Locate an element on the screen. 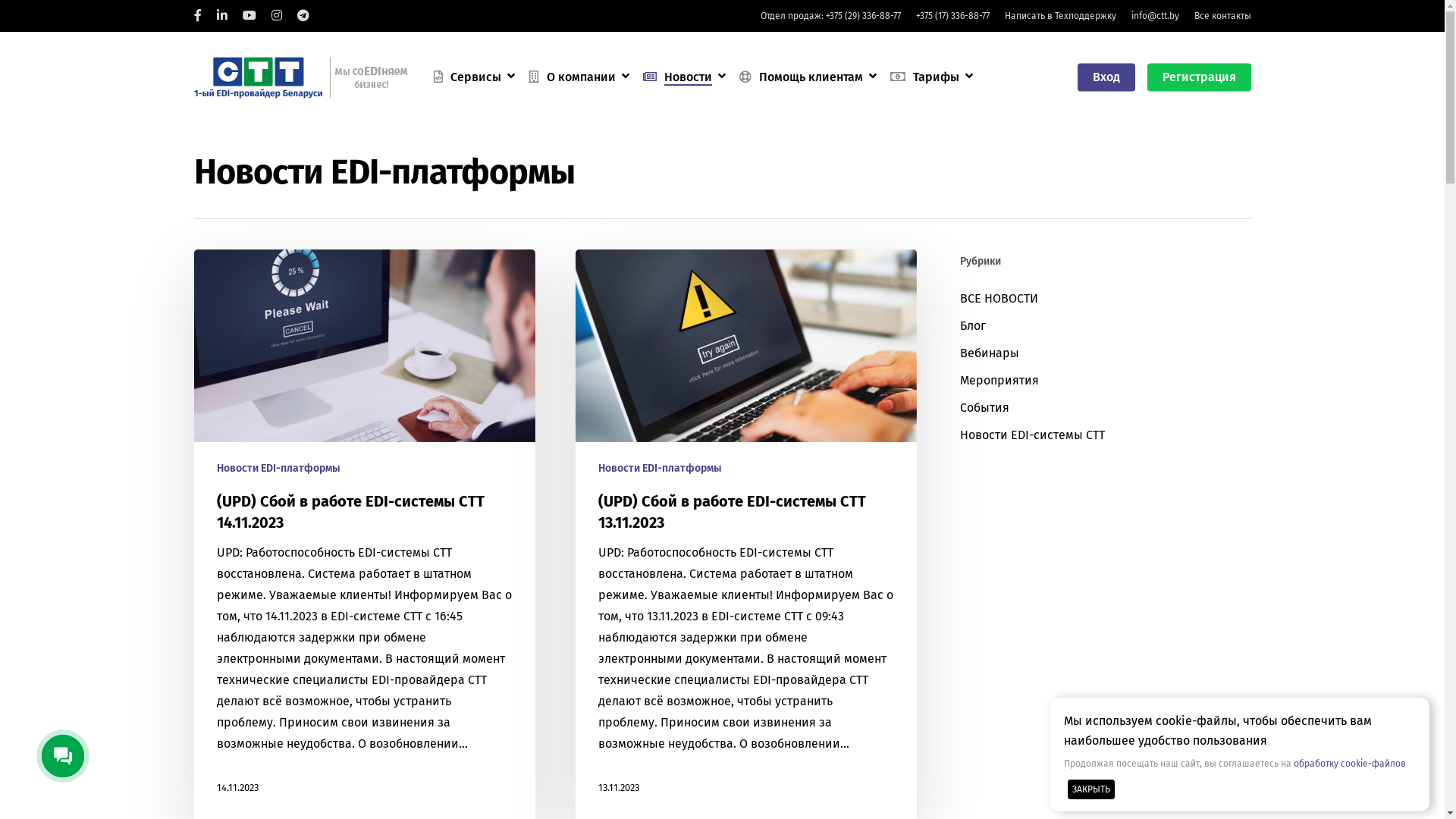 Image resolution: width=1456 pixels, height=819 pixels. 'telegram' is located at coordinates (297, 15).